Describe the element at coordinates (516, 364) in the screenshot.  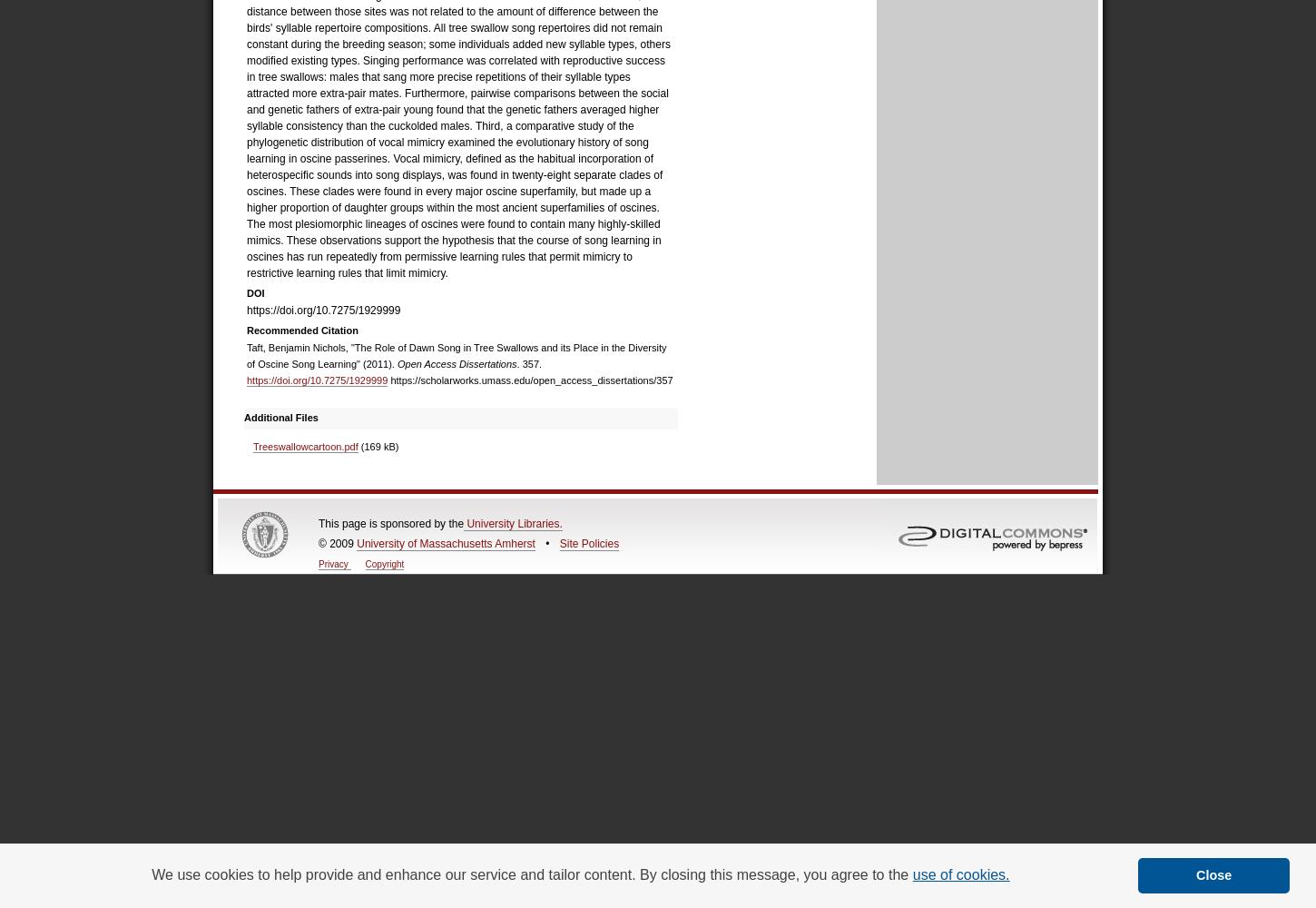
I see `'.  357.'` at that location.